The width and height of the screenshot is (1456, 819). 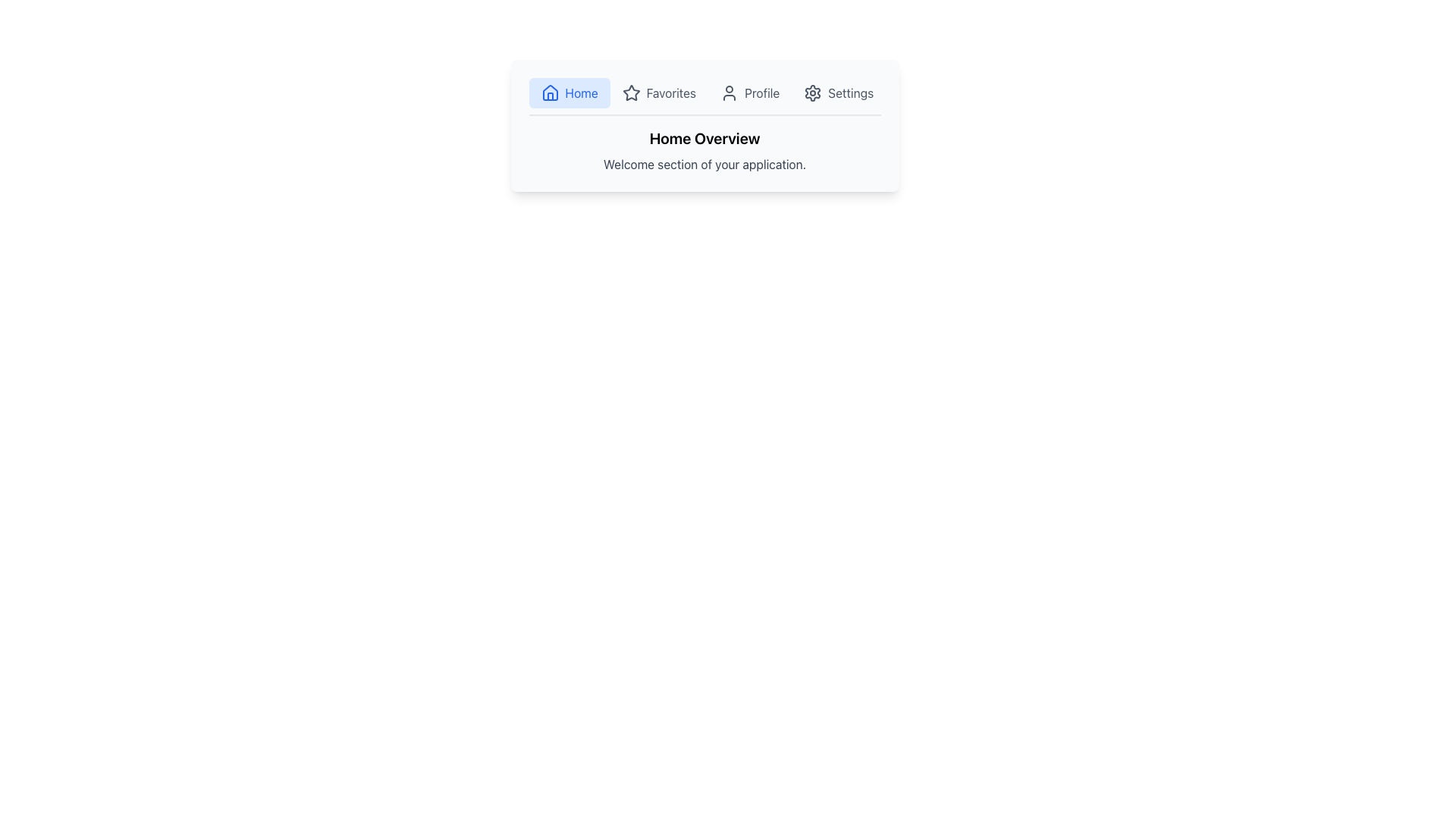 I want to click on the star-shaped icon in the navigation menu, which is the second icon from the left and represents a favorites or rating feature, so click(x=631, y=93).